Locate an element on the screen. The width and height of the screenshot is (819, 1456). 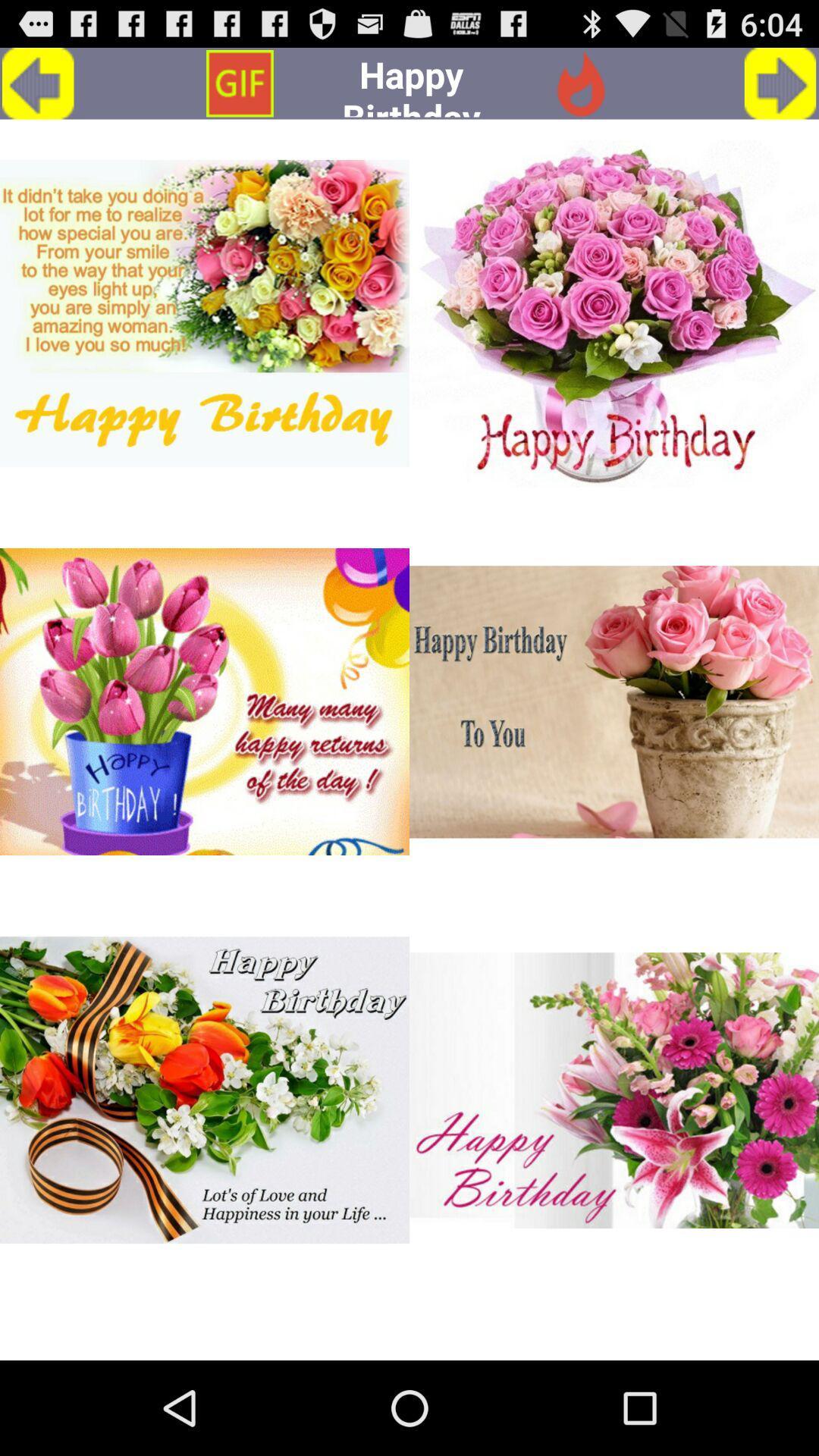
many many happy returns of the day is located at coordinates (205, 701).